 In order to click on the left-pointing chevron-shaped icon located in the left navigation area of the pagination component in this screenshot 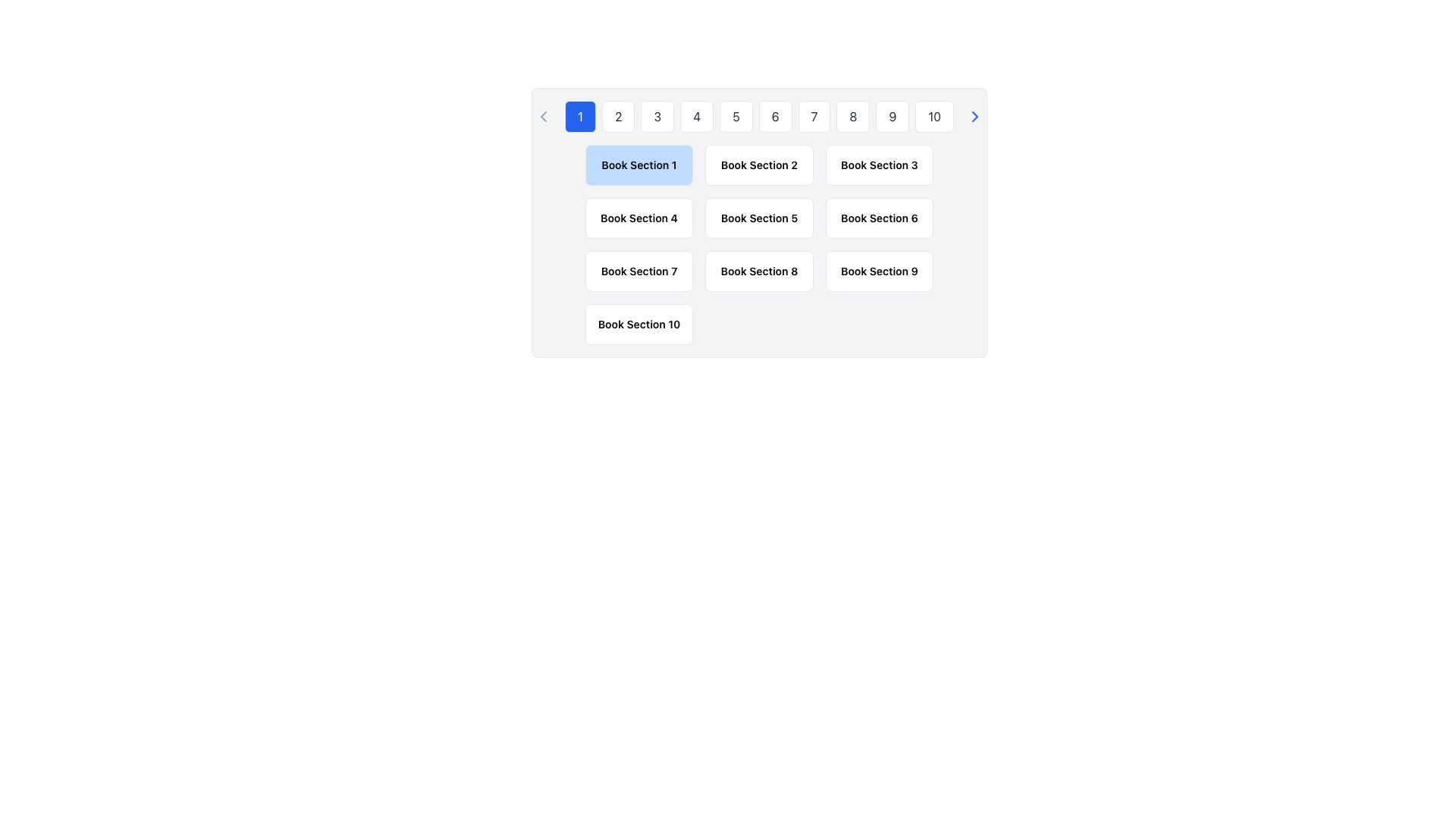, I will do `click(543, 116)`.